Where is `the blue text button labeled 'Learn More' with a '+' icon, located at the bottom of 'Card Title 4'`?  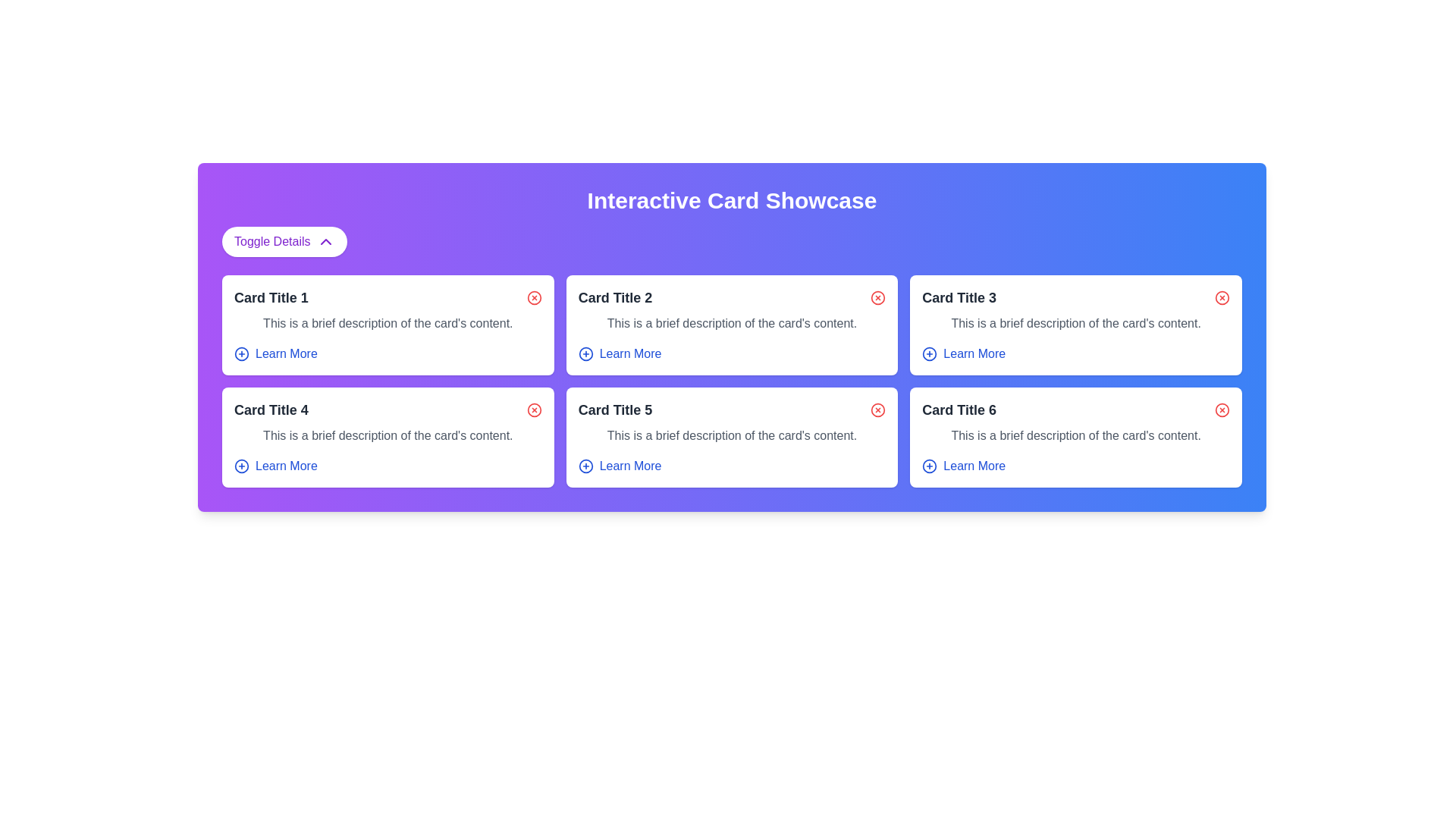 the blue text button labeled 'Learn More' with a '+' icon, located at the bottom of 'Card Title 4' is located at coordinates (275, 465).